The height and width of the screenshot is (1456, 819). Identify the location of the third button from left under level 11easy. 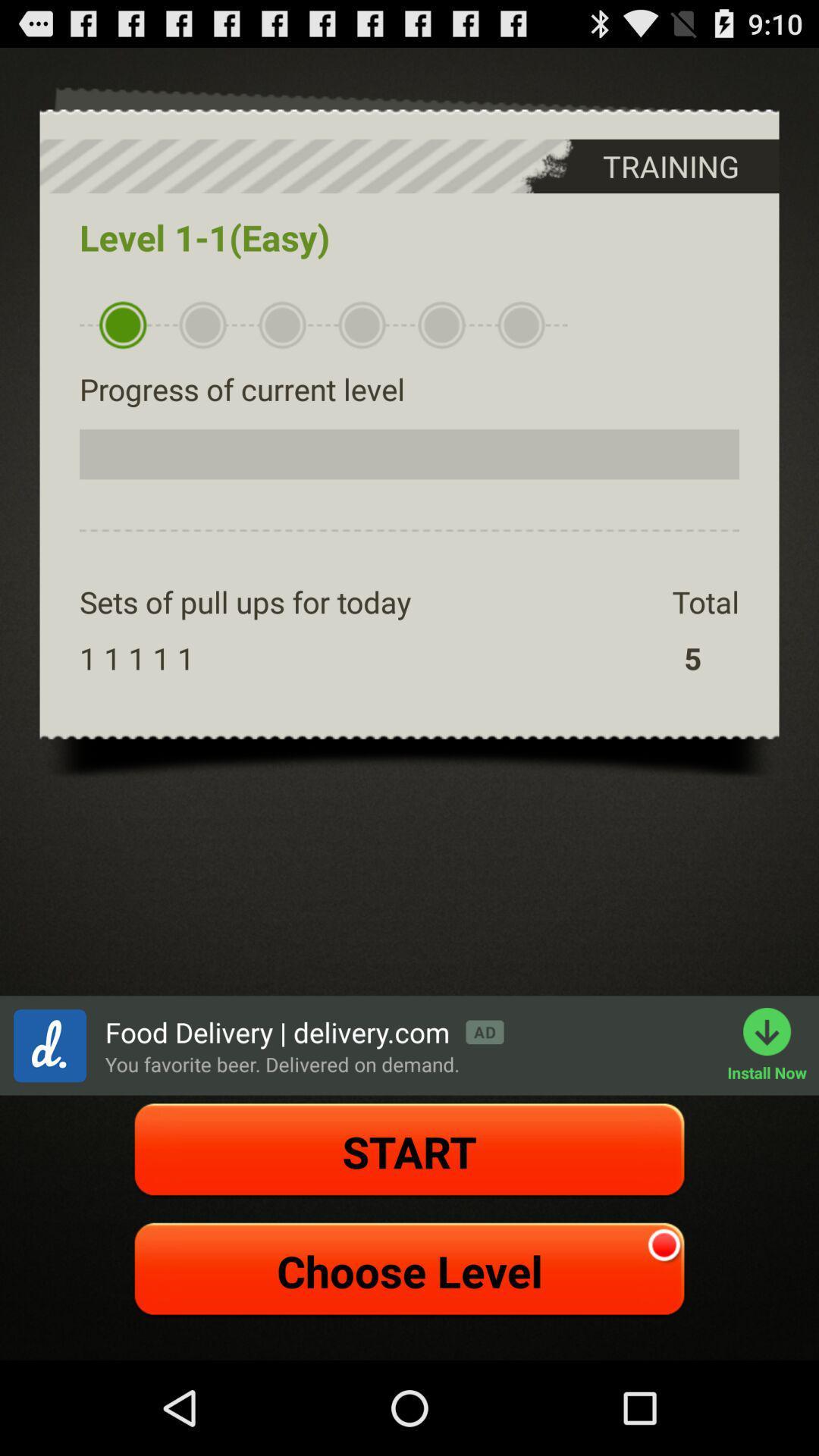
(282, 325).